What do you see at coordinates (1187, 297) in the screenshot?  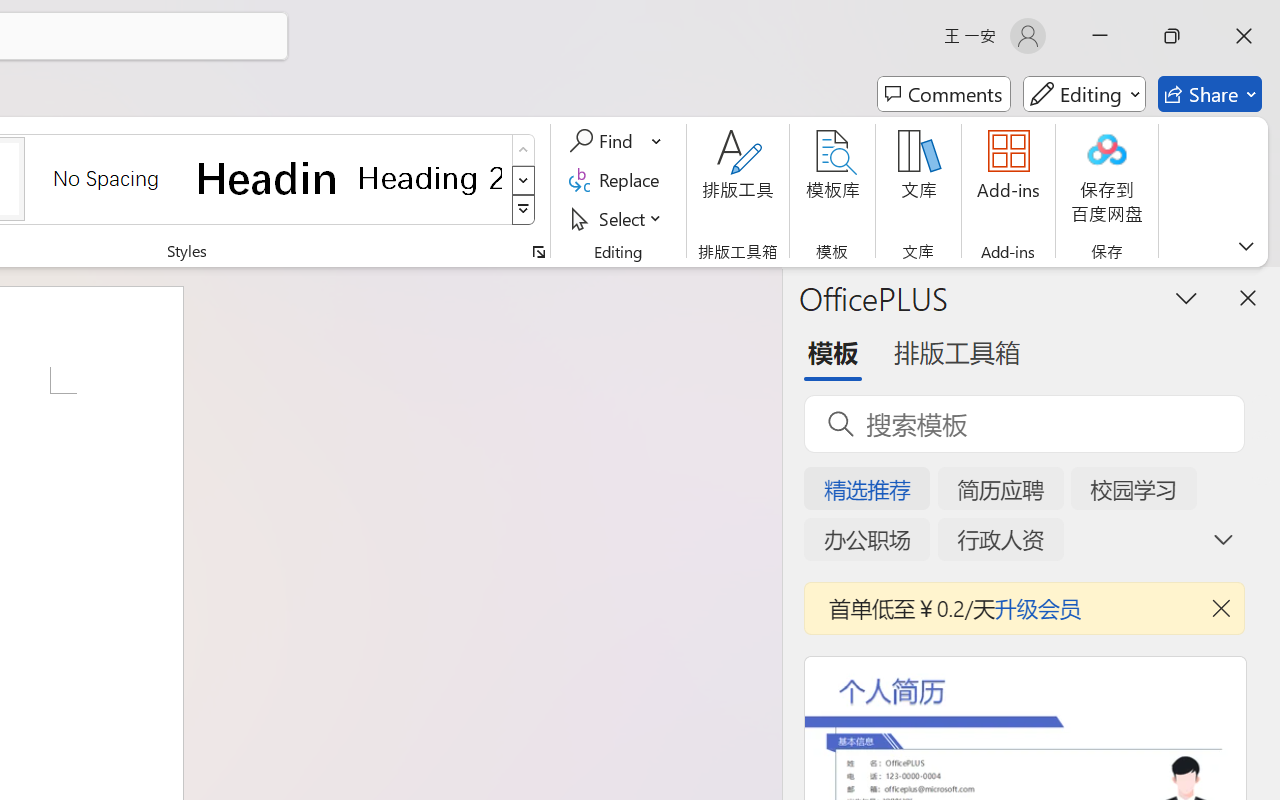 I see `'Task Pane Options'` at bounding box center [1187, 297].